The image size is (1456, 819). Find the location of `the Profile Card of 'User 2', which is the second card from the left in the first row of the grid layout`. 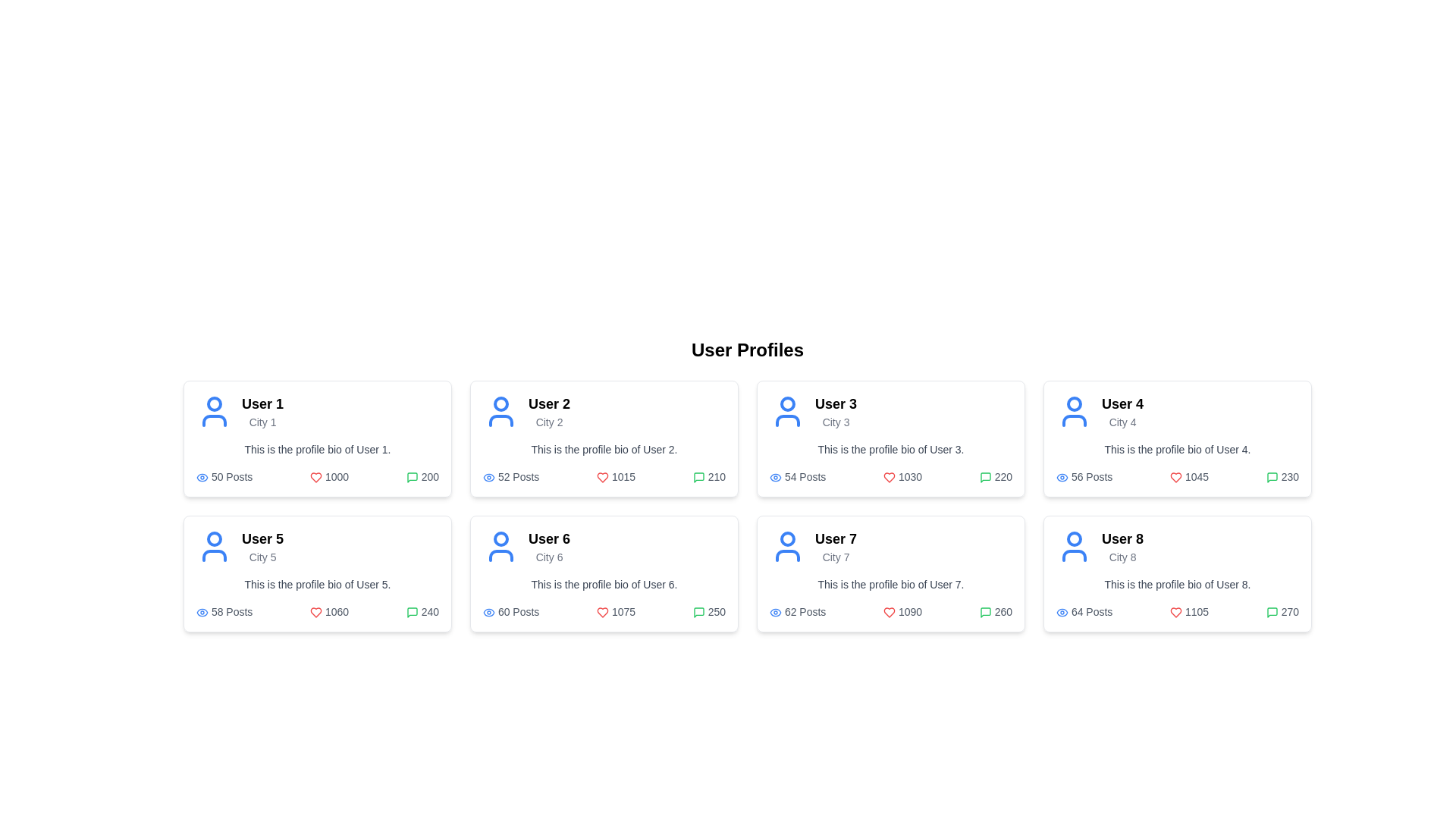

the Profile Card of 'User 2', which is the second card from the left in the first row of the grid layout is located at coordinates (603, 438).